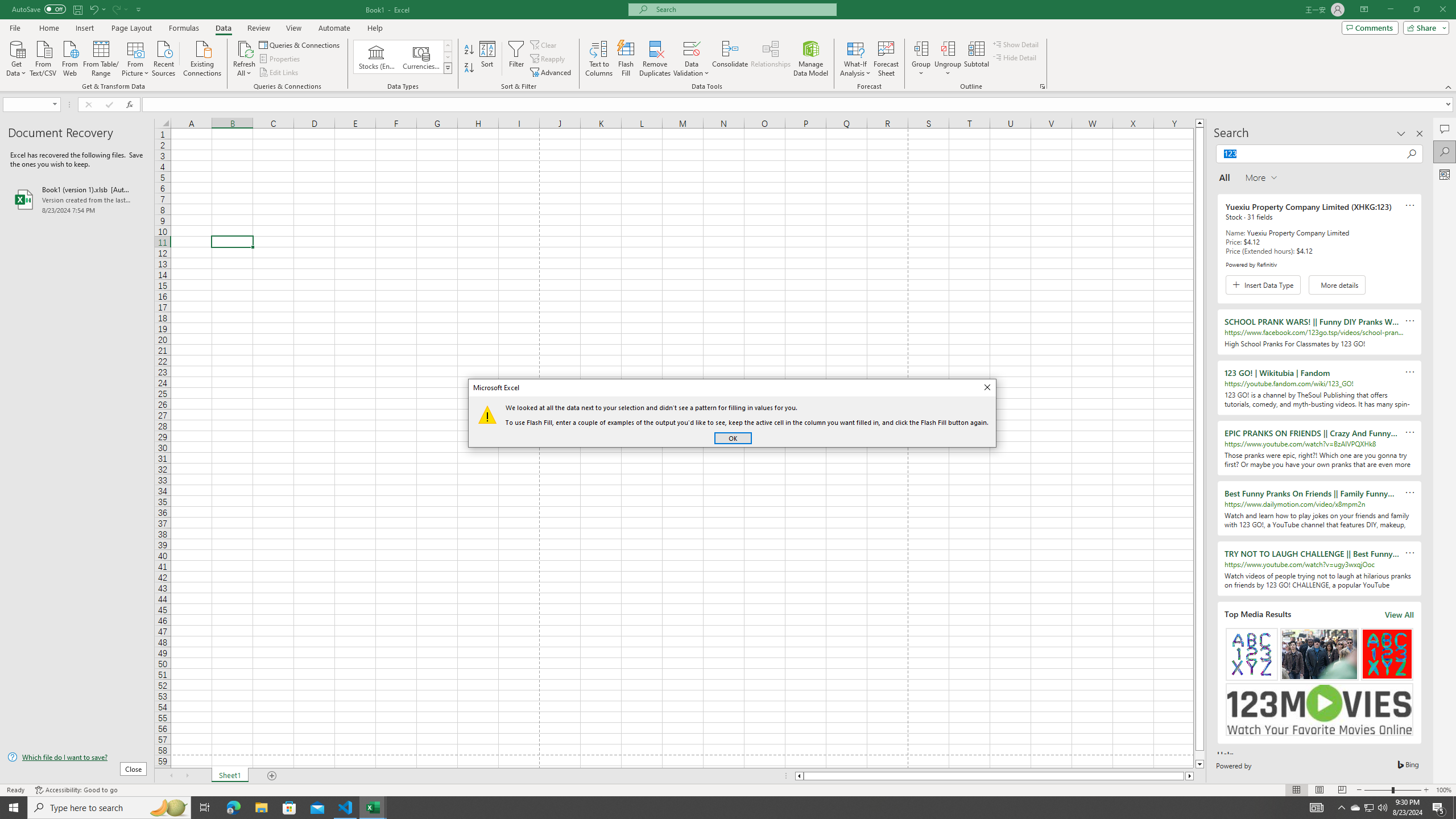 The height and width of the screenshot is (819, 1456). I want to click on 'Consolidate...', so click(730, 59).